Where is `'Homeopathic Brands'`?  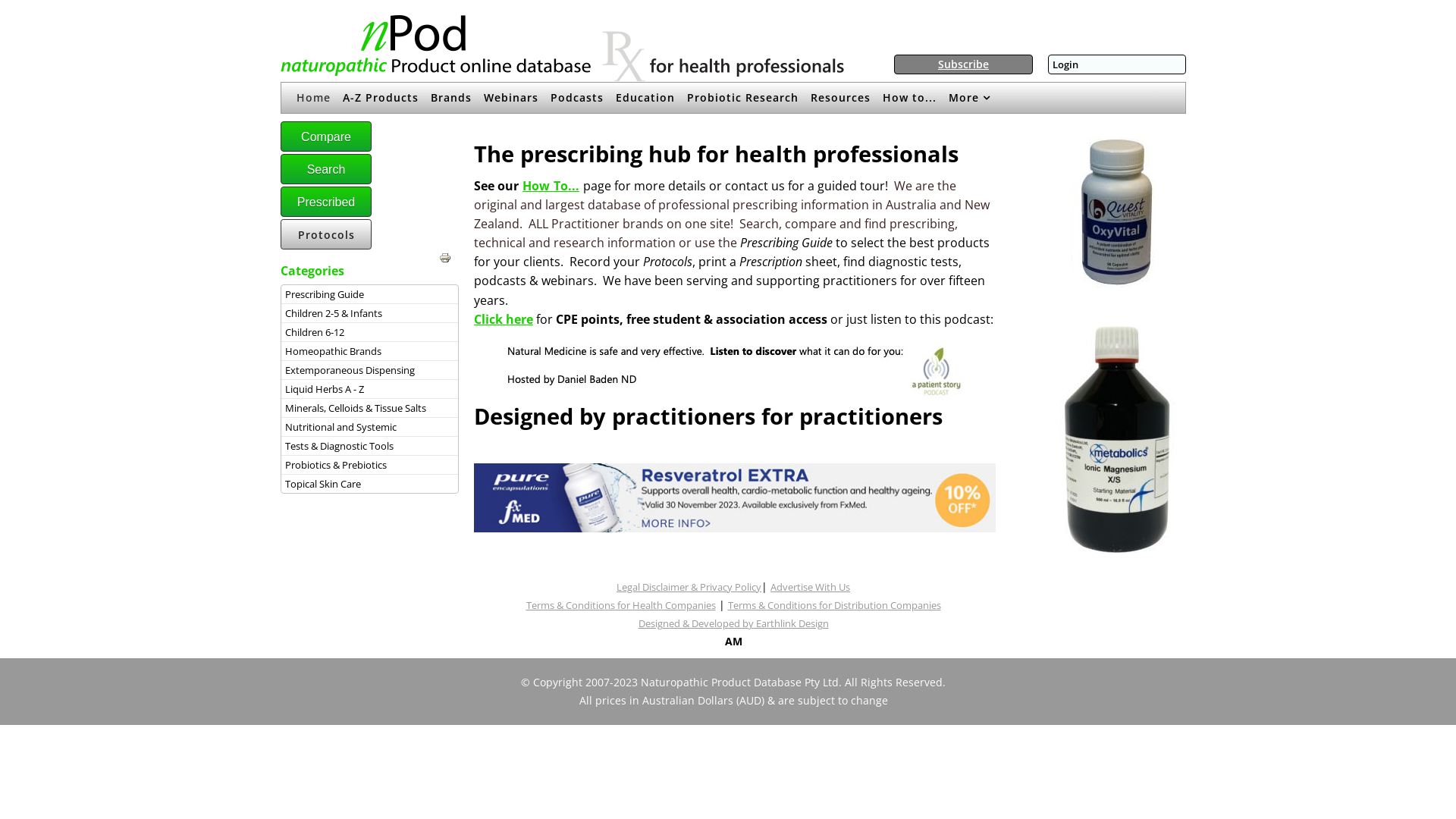
'Homeopathic Brands' is located at coordinates (369, 350).